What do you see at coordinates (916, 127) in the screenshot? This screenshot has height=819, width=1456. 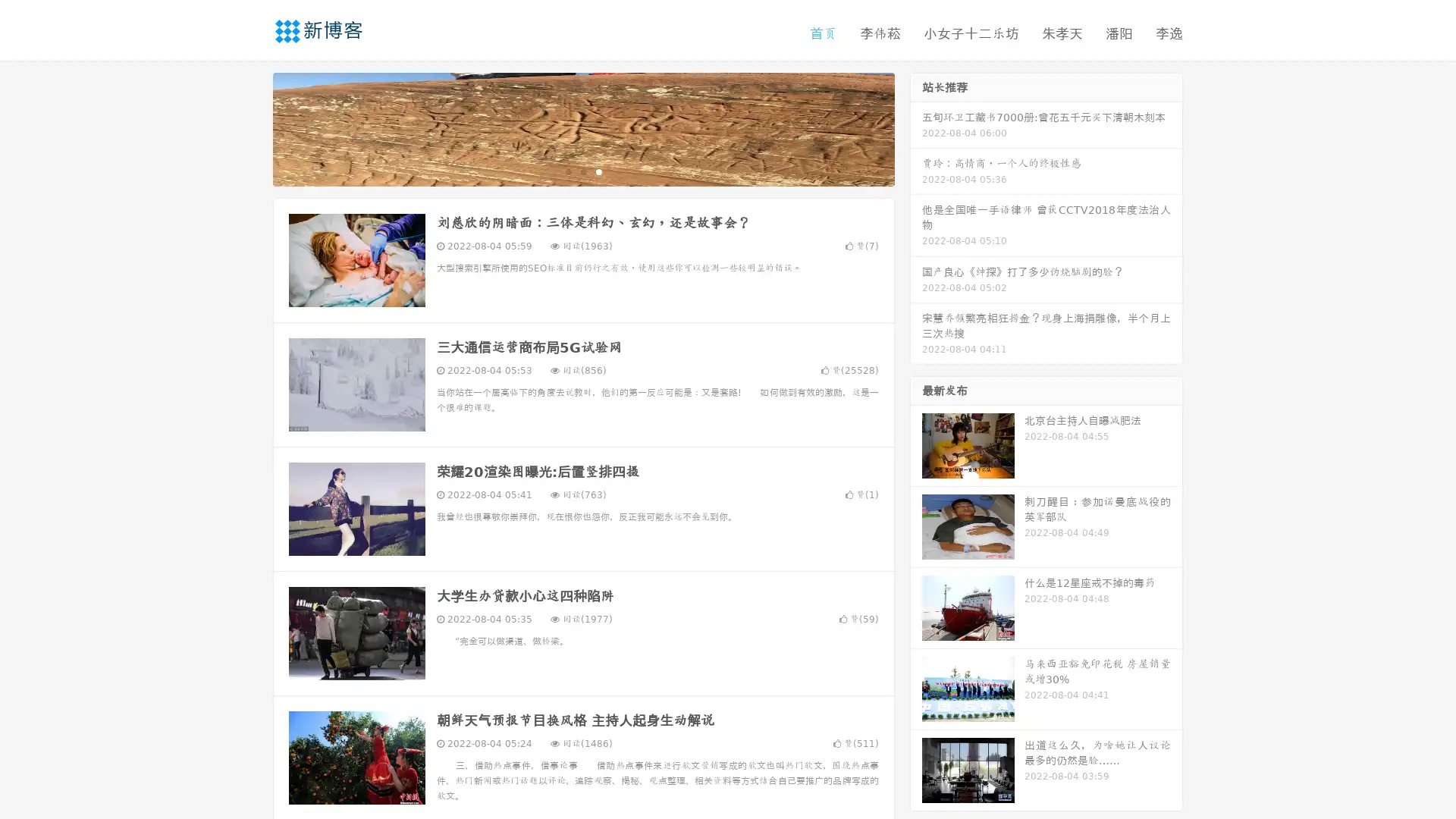 I see `Next slide` at bounding box center [916, 127].